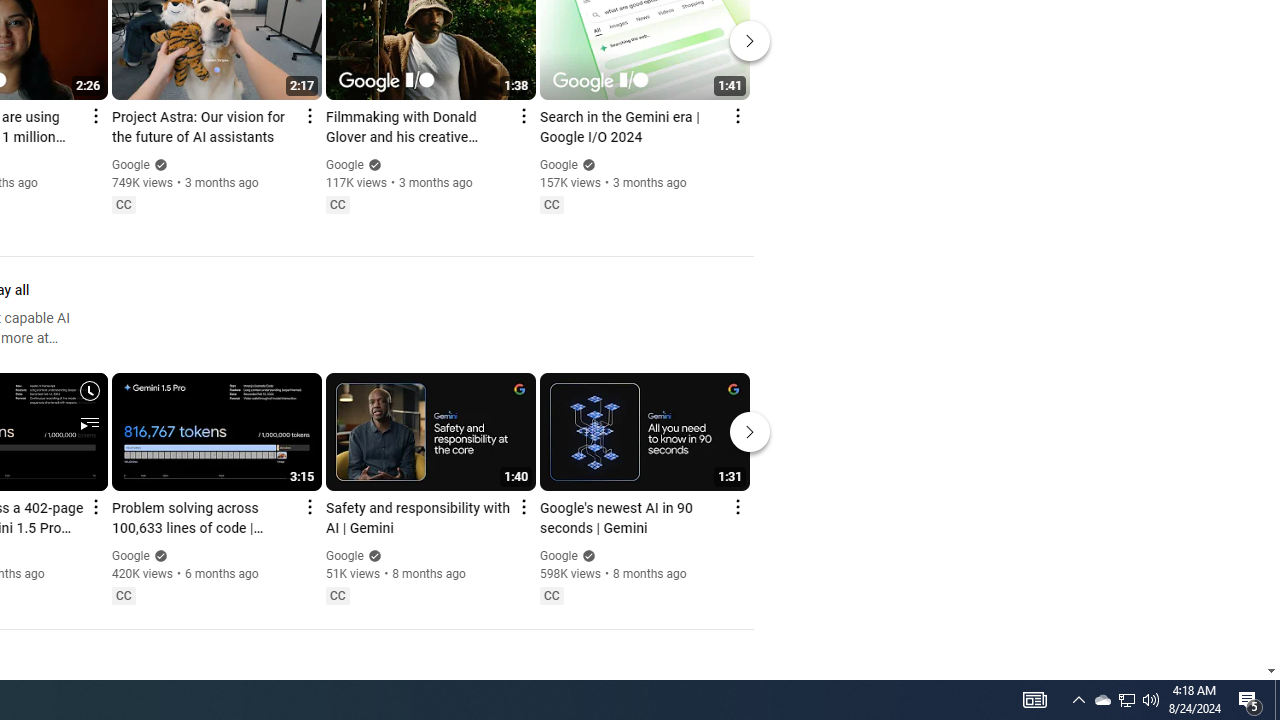 The height and width of the screenshot is (720, 1280). Describe the element at coordinates (736, 505) in the screenshot. I see `'Action menu'` at that location.